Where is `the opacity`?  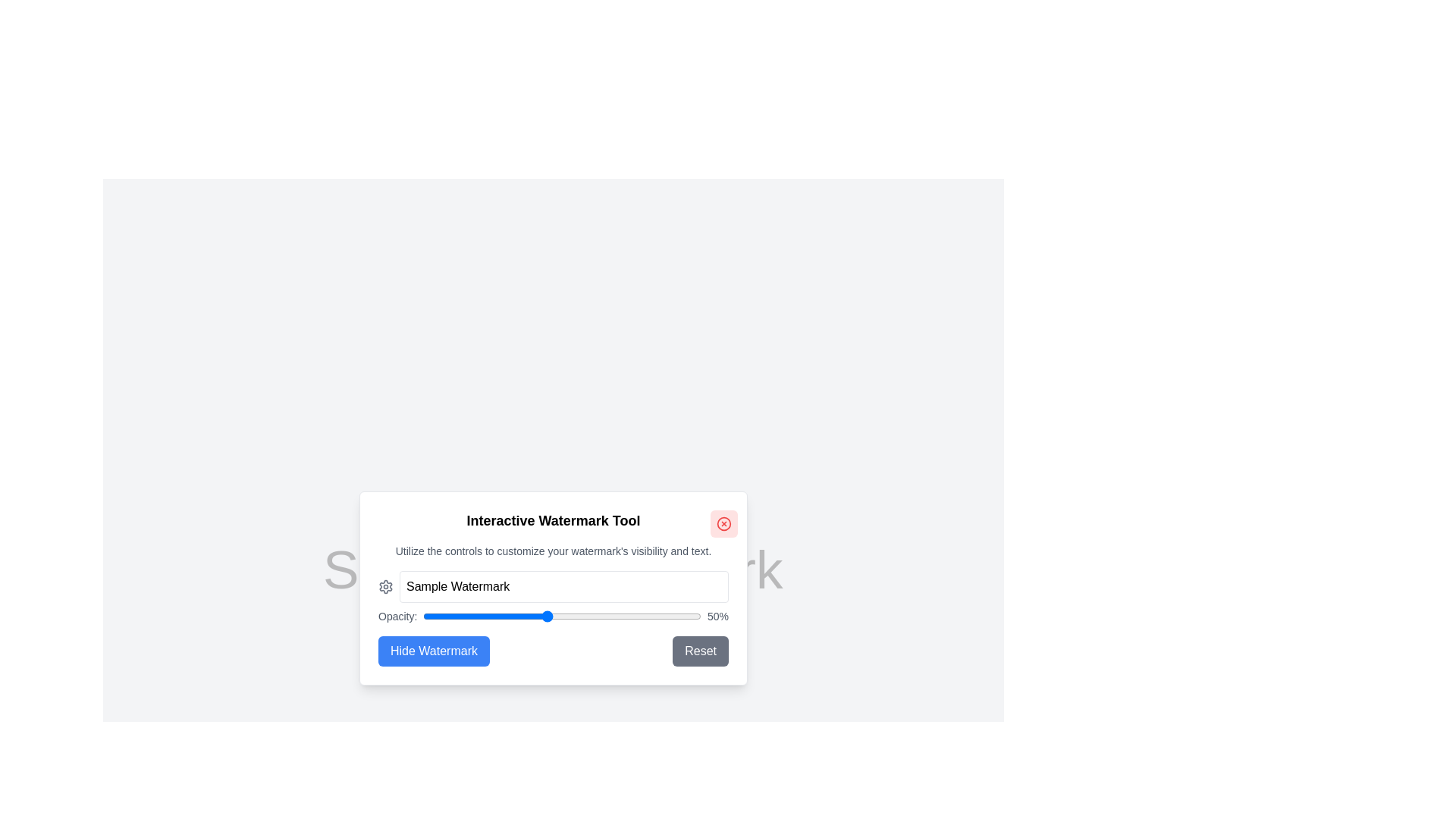 the opacity is located at coordinates (676, 617).